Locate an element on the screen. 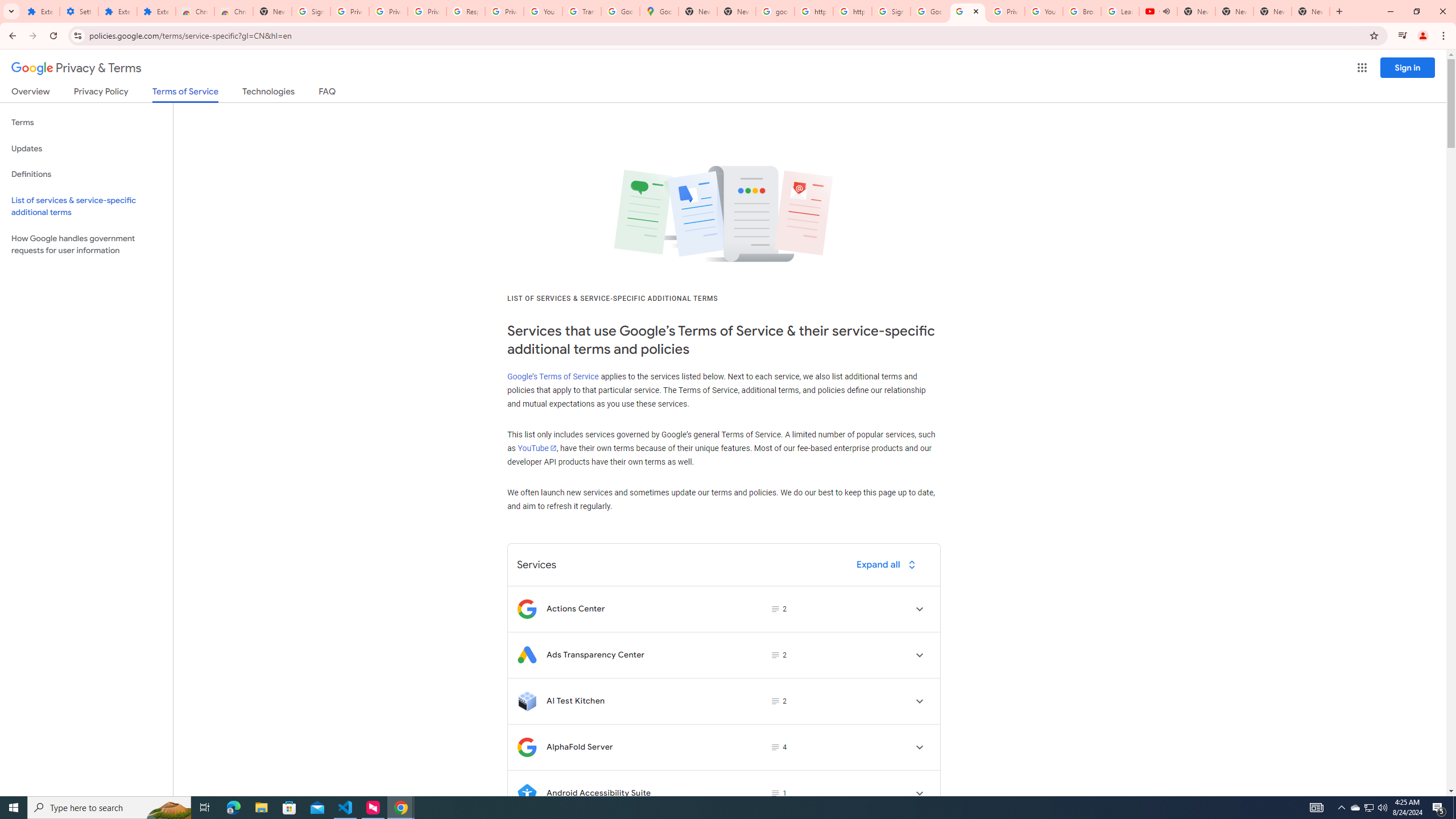  'Expand all' is located at coordinates (888, 564).